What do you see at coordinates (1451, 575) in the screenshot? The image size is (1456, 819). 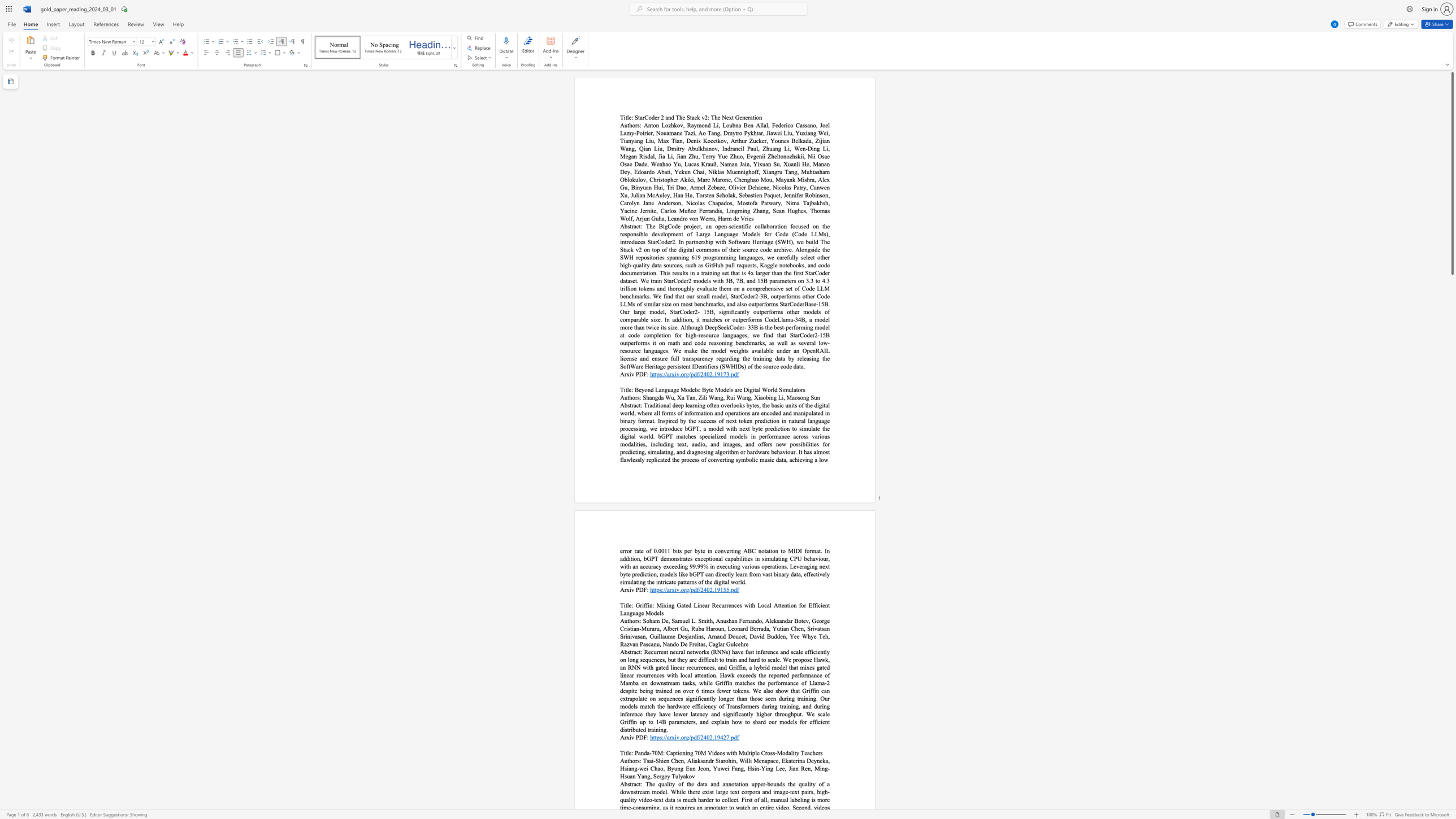 I see `the scrollbar to scroll the page down` at bounding box center [1451, 575].